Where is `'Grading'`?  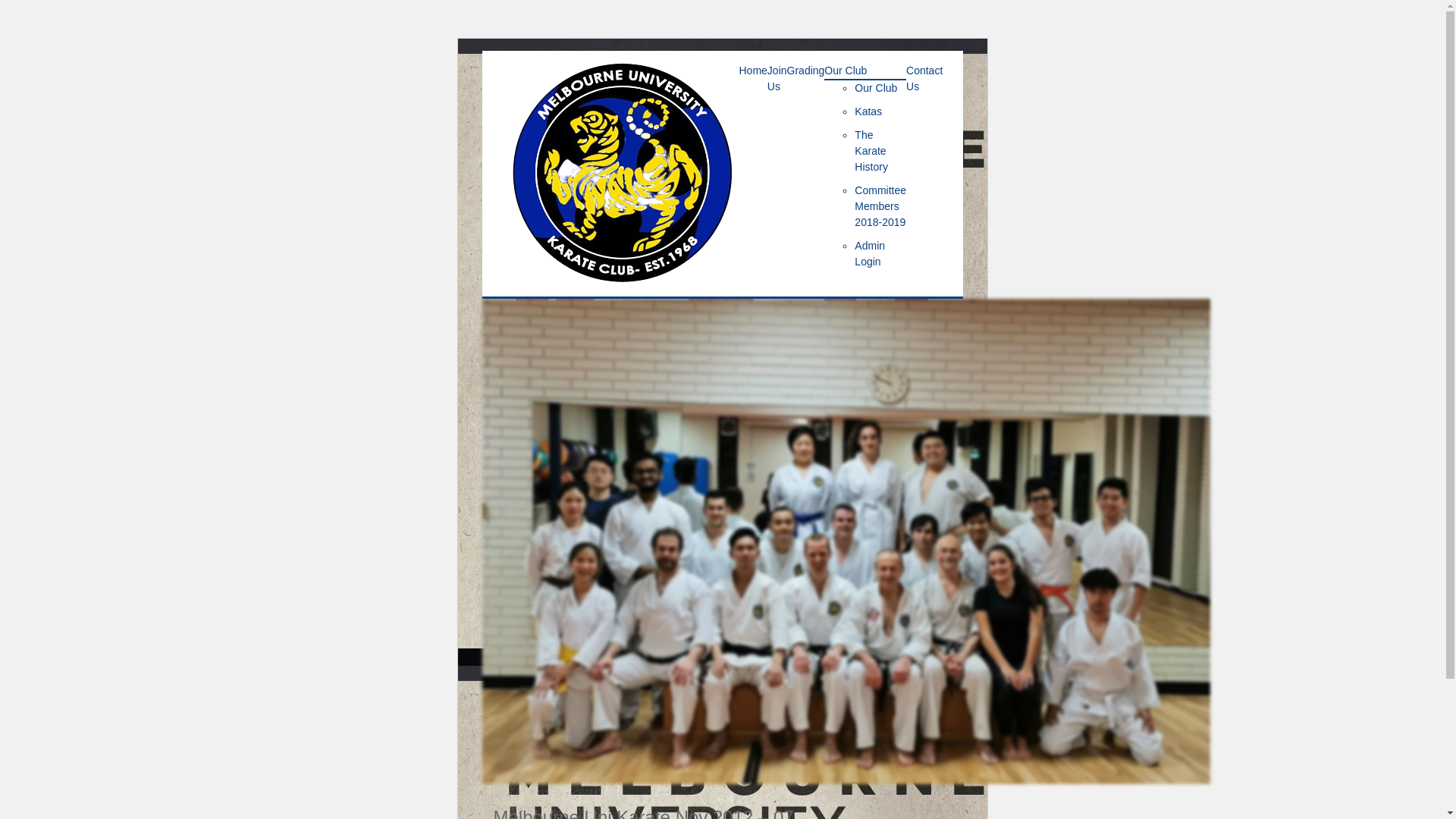 'Grading' is located at coordinates (805, 70).